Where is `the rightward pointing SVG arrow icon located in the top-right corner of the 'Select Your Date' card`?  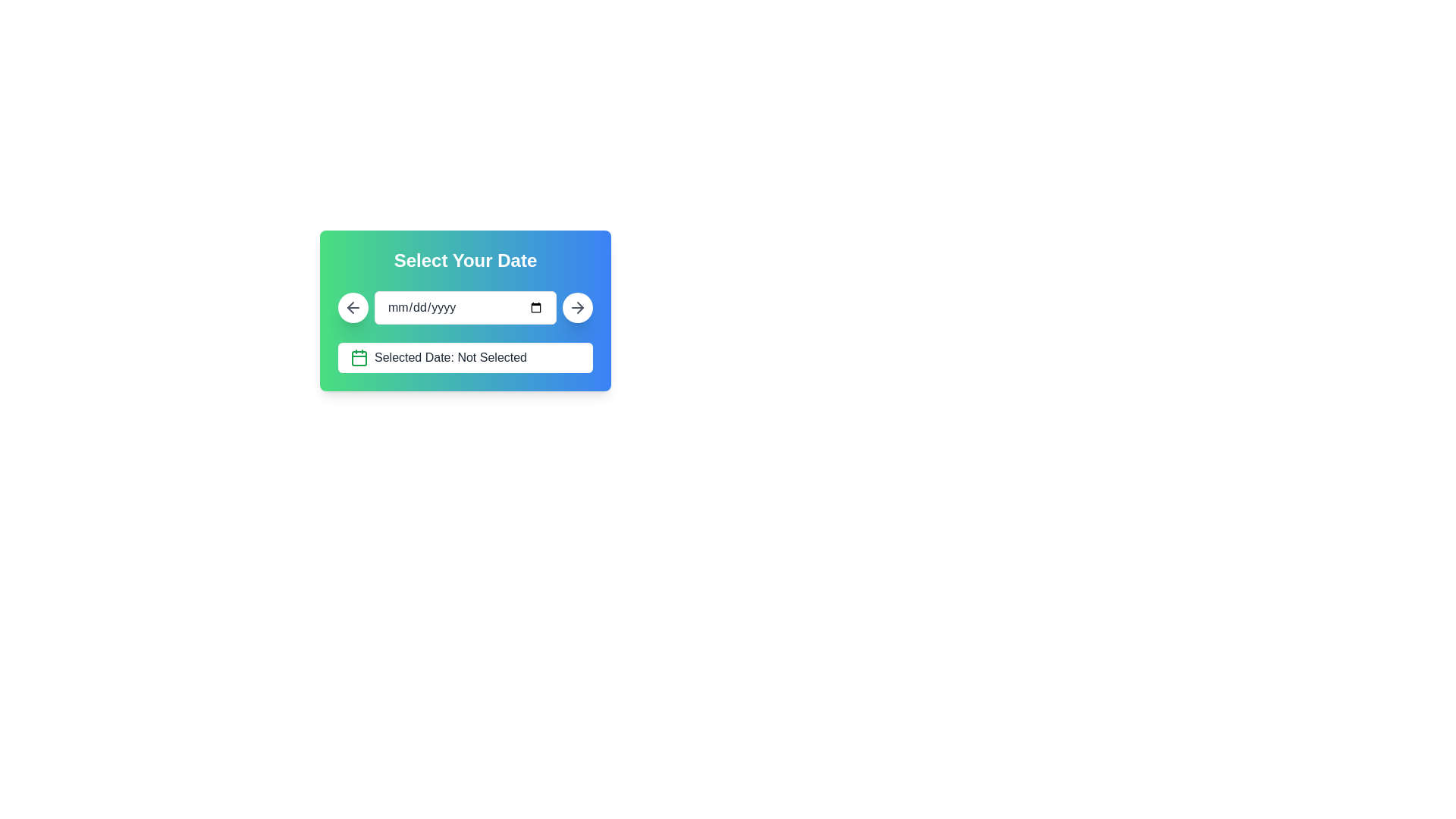 the rightward pointing SVG arrow icon located in the top-right corner of the 'Select Your Date' card is located at coordinates (579, 307).